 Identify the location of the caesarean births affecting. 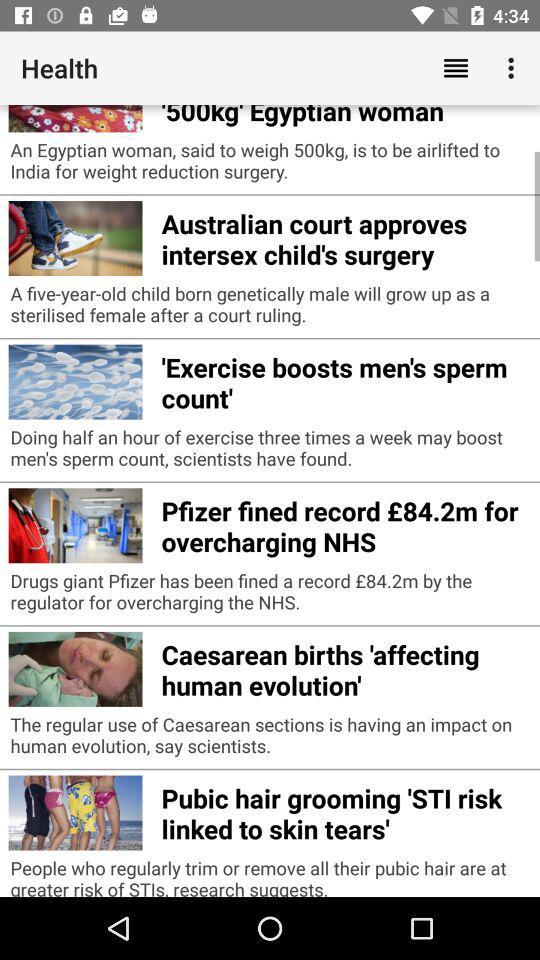
(344, 667).